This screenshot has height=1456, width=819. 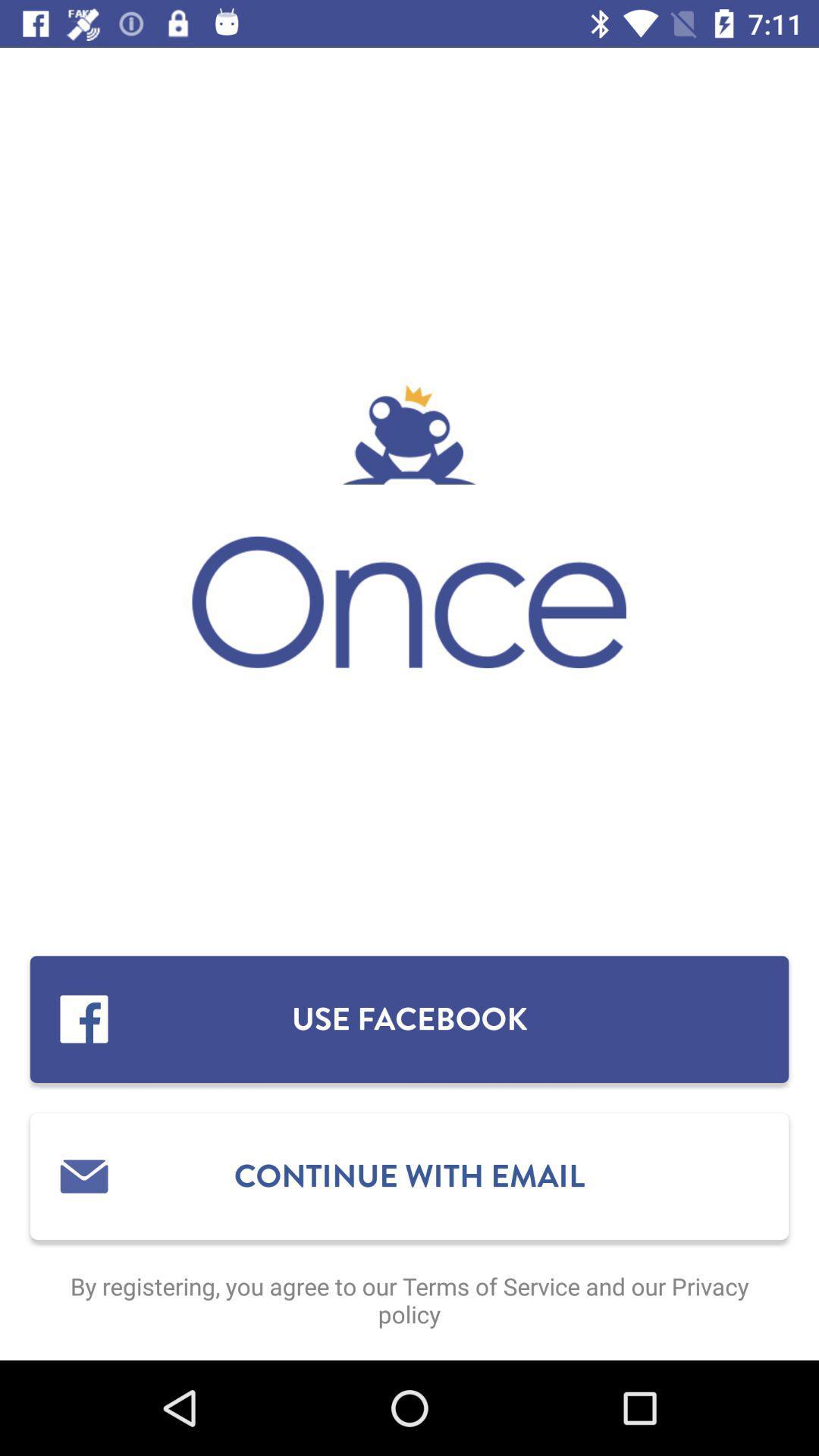 What do you see at coordinates (409, 1299) in the screenshot?
I see `by registering you item` at bounding box center [409, 1299].